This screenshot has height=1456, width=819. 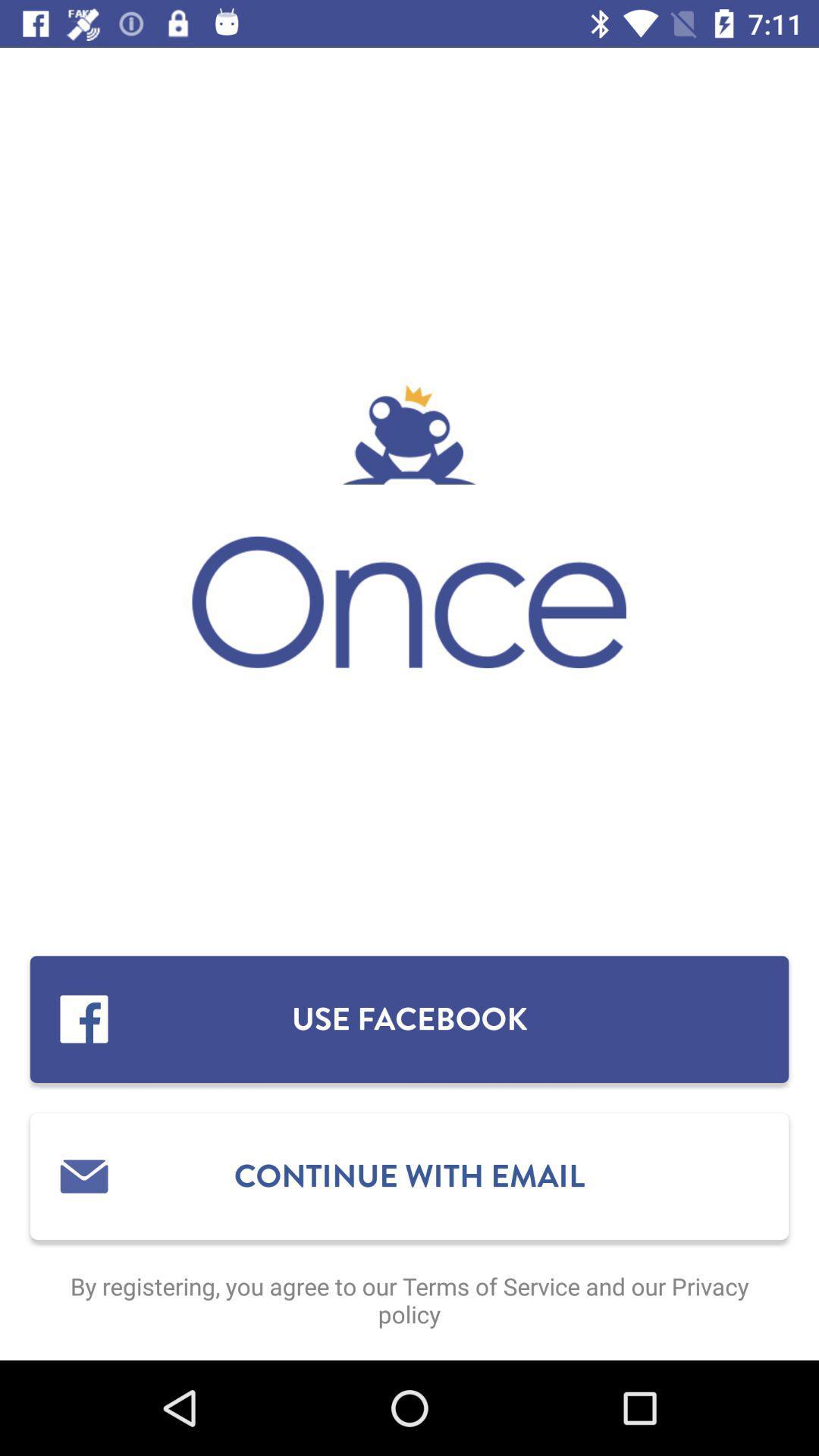 What do you see at coordinates (409, 1299) in the screenshot?
I see `by registering you item` at bounding box center [409, 1299].